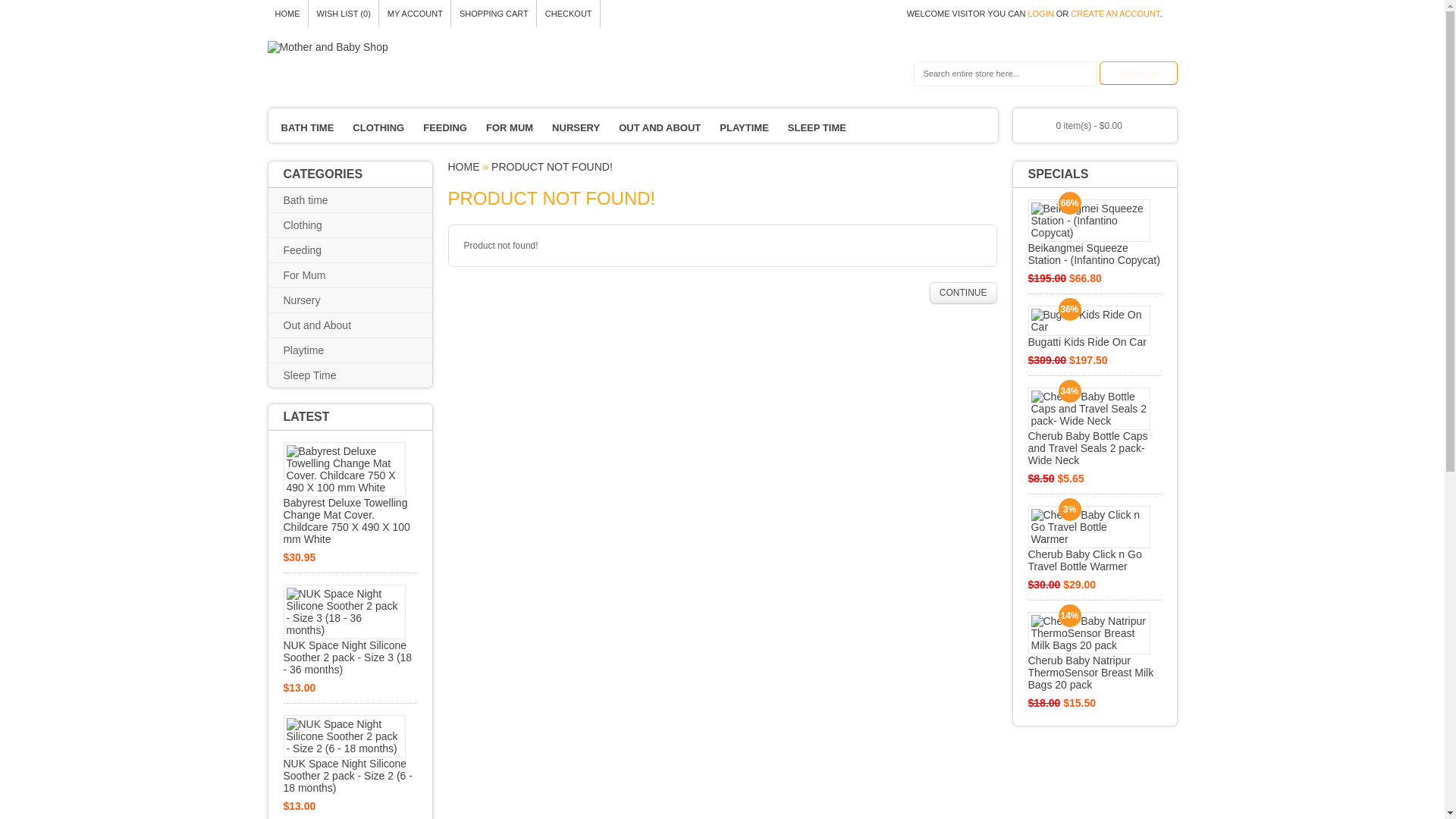 This screenshot has width=1456, height=819. I want to click on 'SLEEP TIME', so click(780, 127).